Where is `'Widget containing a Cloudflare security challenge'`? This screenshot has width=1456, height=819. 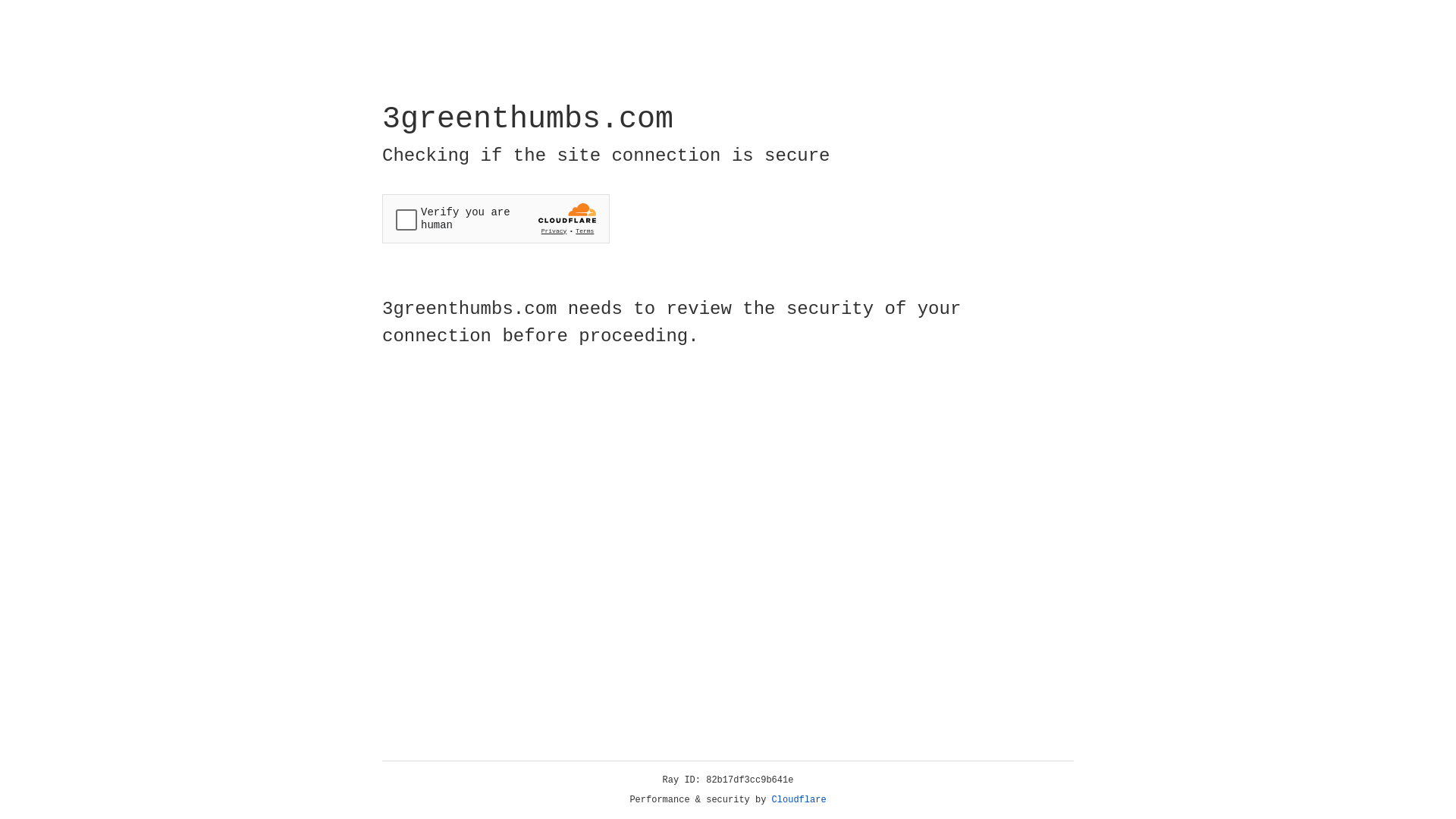
'Widget containing a Cloudflare security challenge' is located at coordinates (495, 218).